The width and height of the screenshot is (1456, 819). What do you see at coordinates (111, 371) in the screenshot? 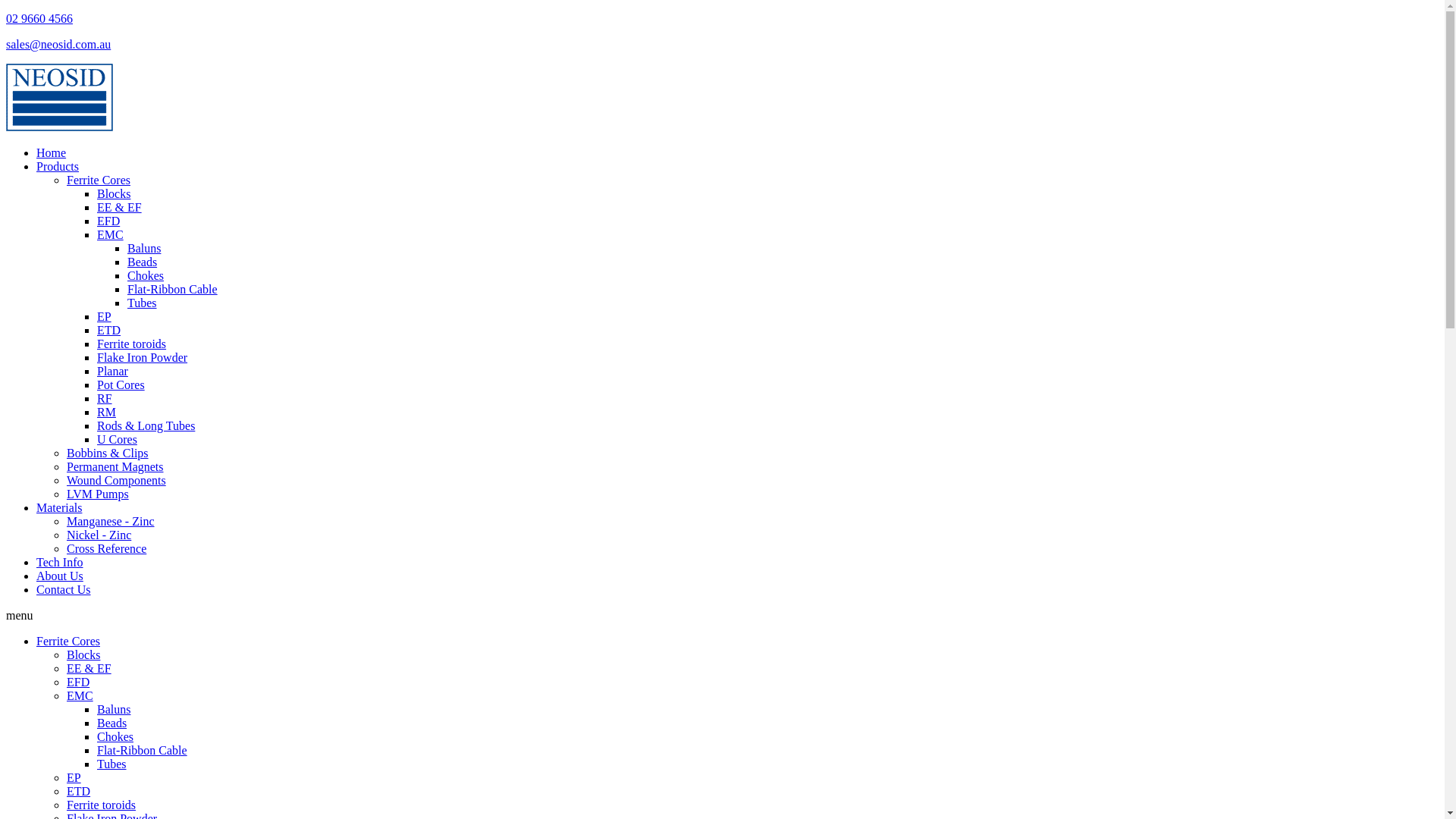
I see `'Planar'` at bounding box center [111, 371].